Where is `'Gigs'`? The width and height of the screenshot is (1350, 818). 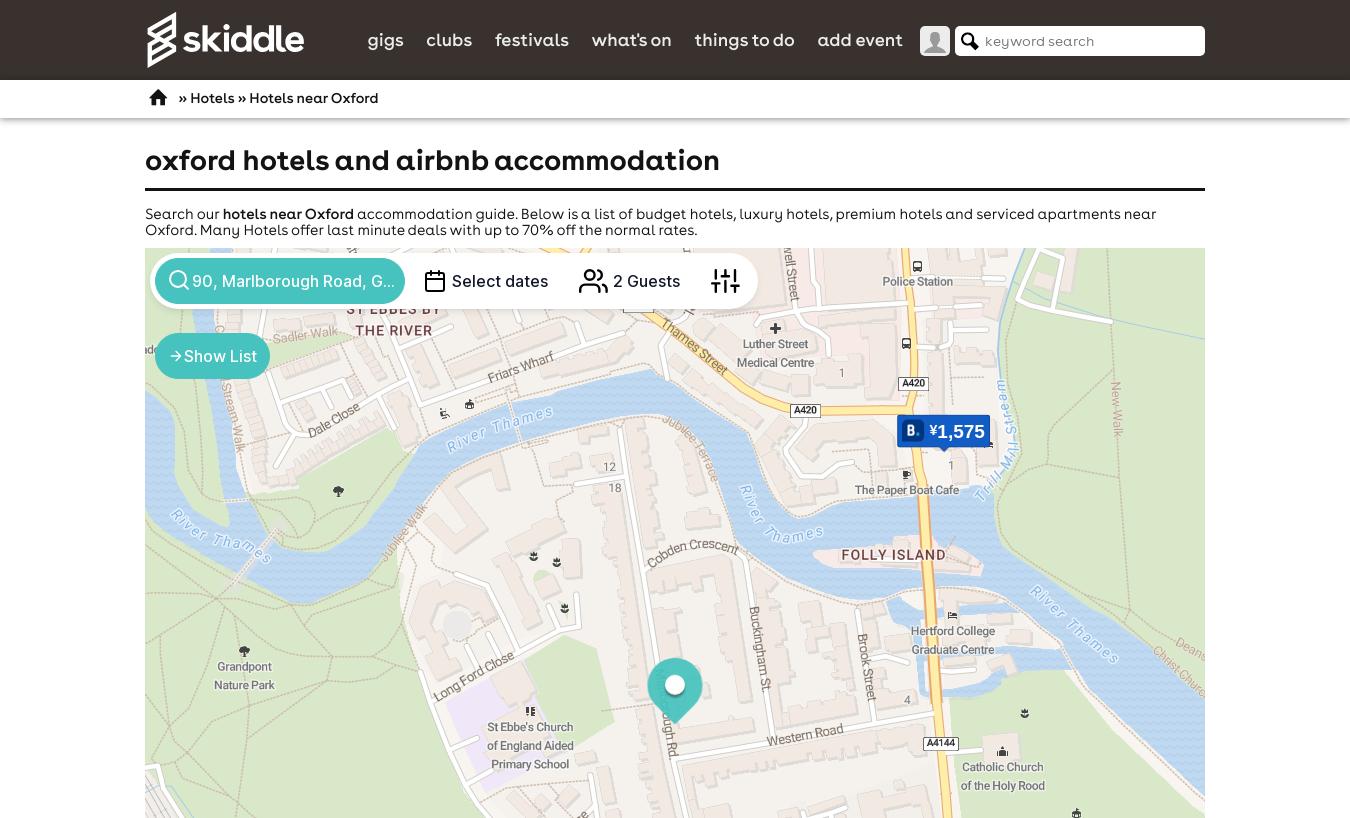 'Gigs' is located at coordinates (385, 37).